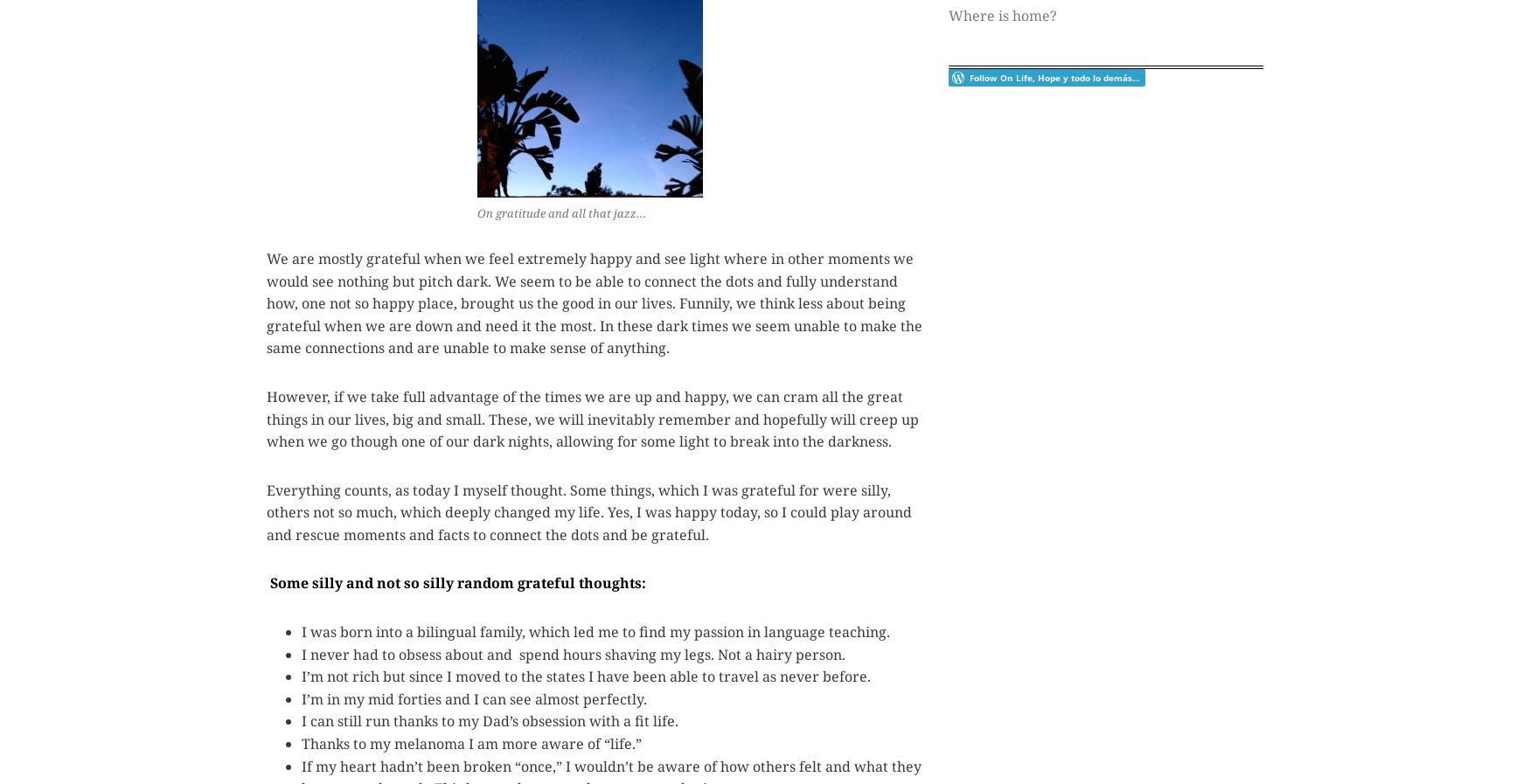 Image resolution: width=1530 pixels, height=784 pixels. I want to click on 'I can still run thanks to my Dad’s obsession with a fit life.', so click(489, 720).